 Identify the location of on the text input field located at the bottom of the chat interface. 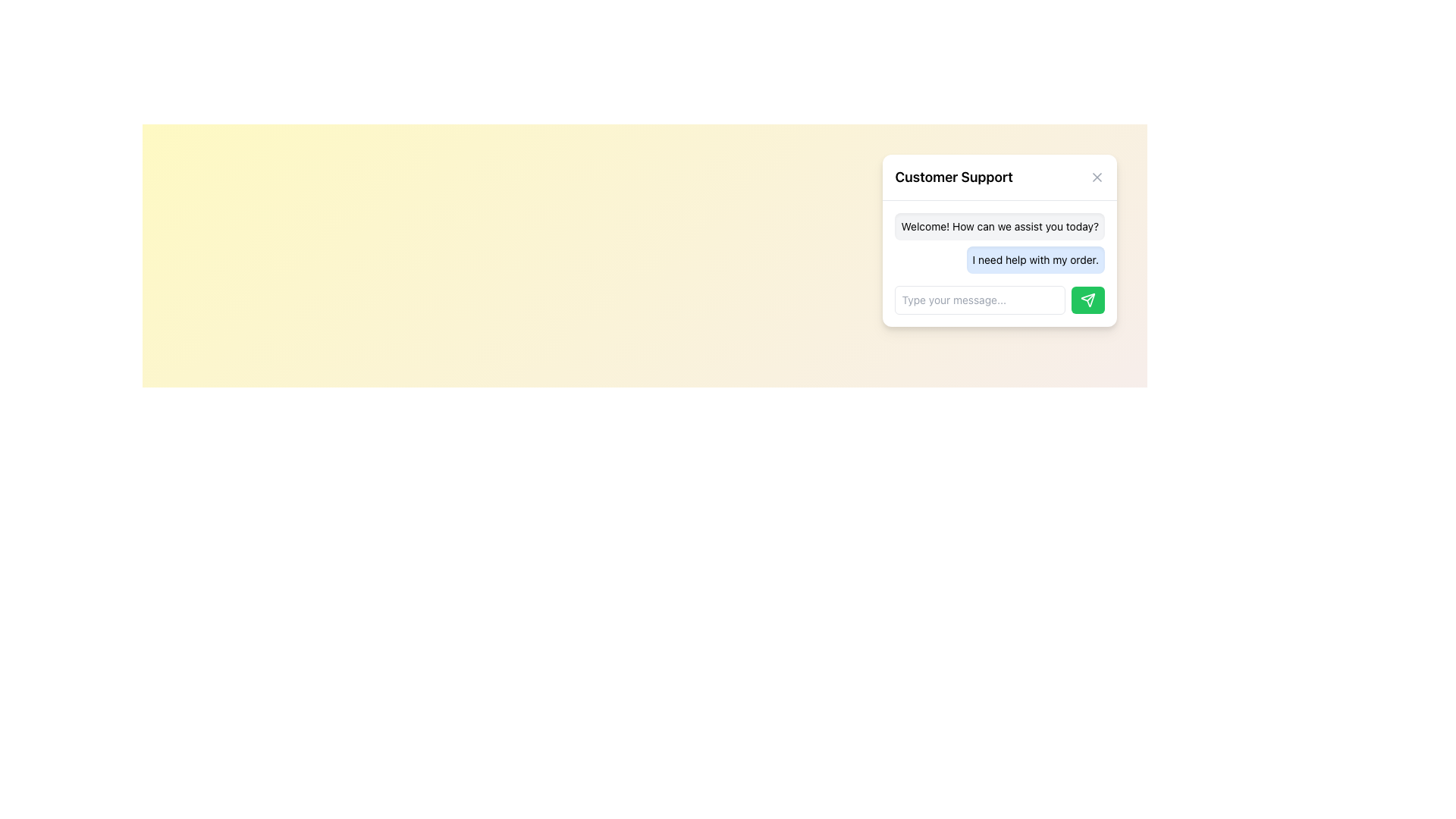
(980, 300).